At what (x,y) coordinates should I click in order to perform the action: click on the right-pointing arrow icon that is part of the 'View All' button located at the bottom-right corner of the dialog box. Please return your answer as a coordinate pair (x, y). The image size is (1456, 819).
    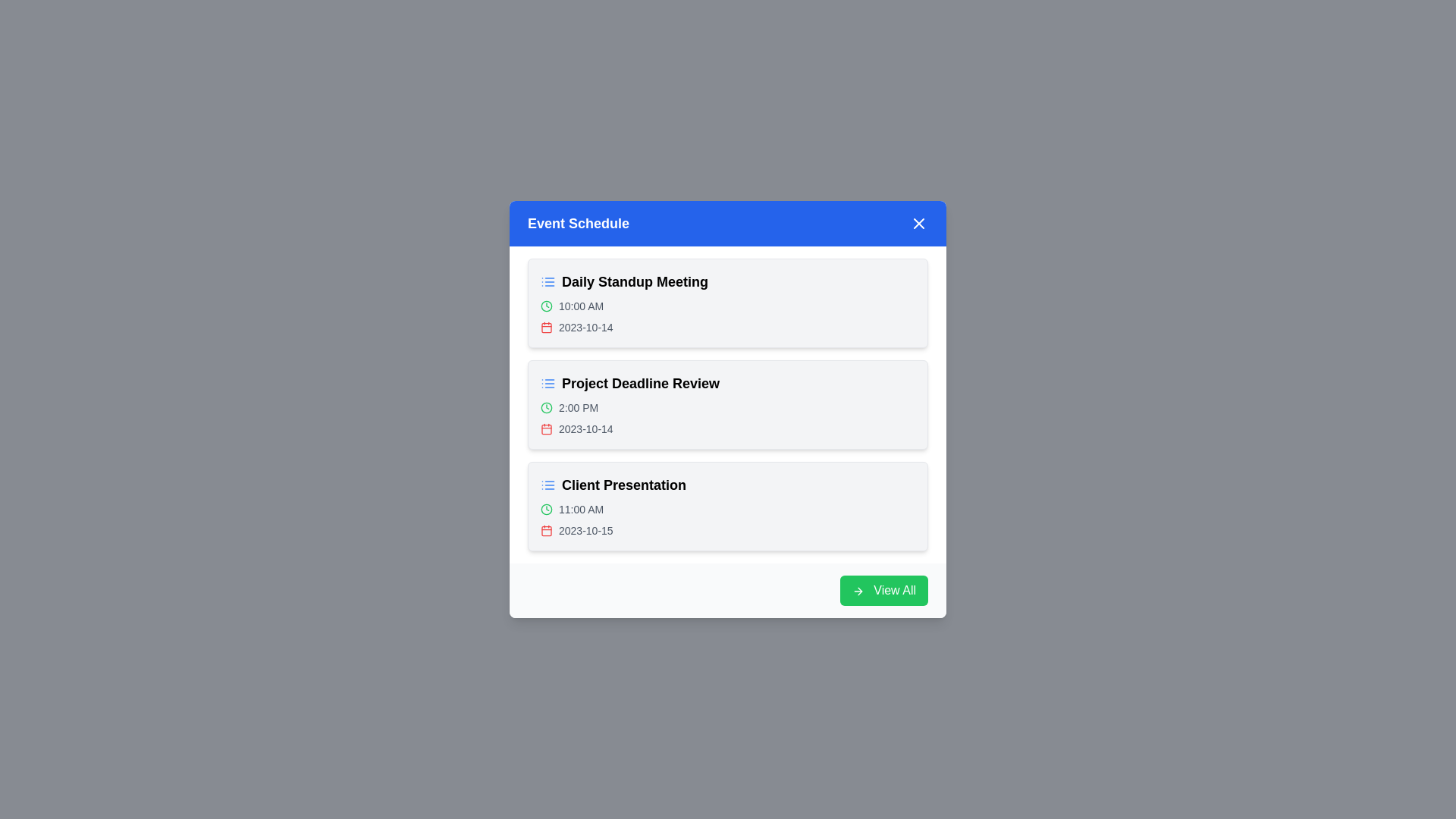
    Looking at the image, I should click on (858, 590).